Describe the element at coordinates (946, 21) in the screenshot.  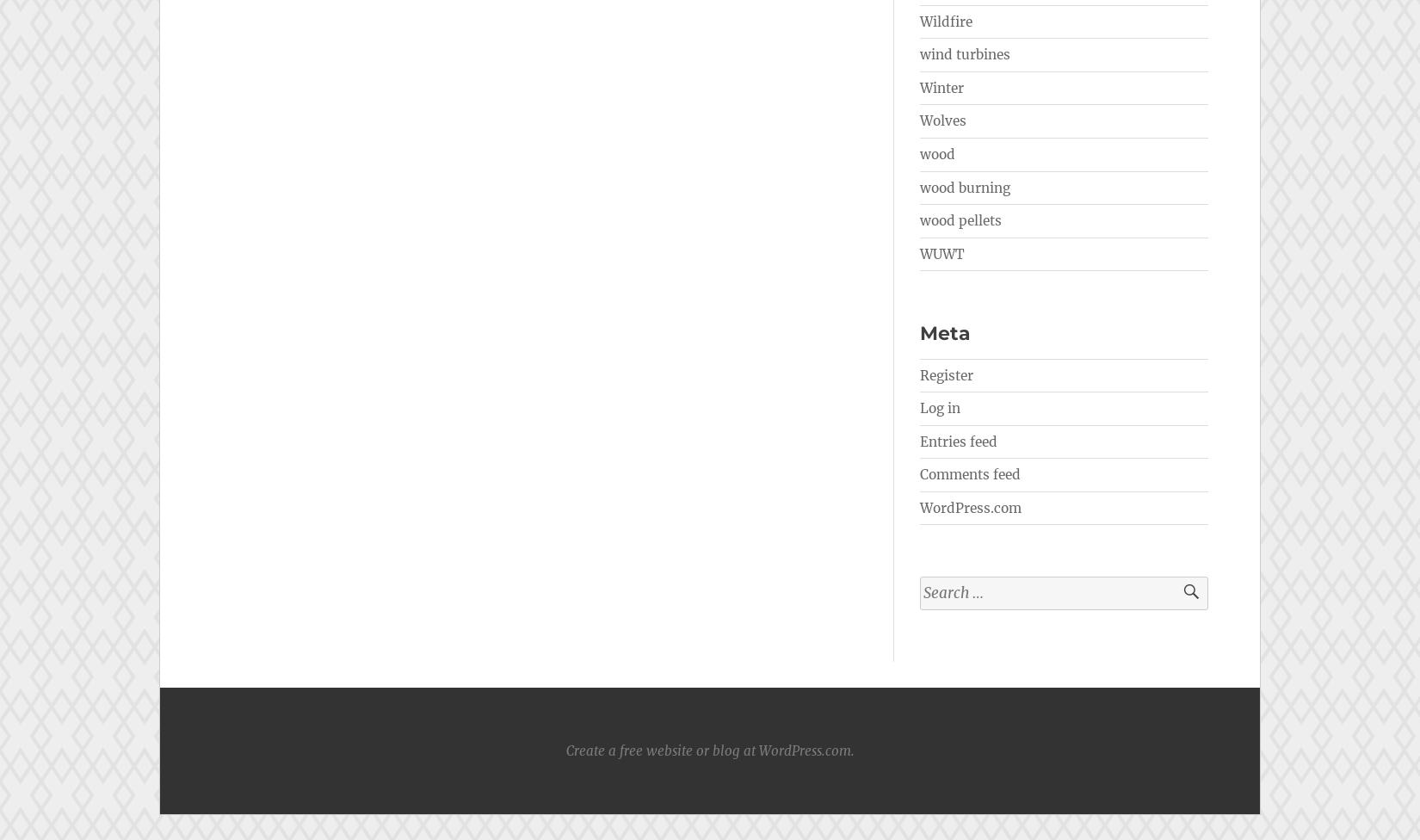
I see `'Wildfire'` at that location.